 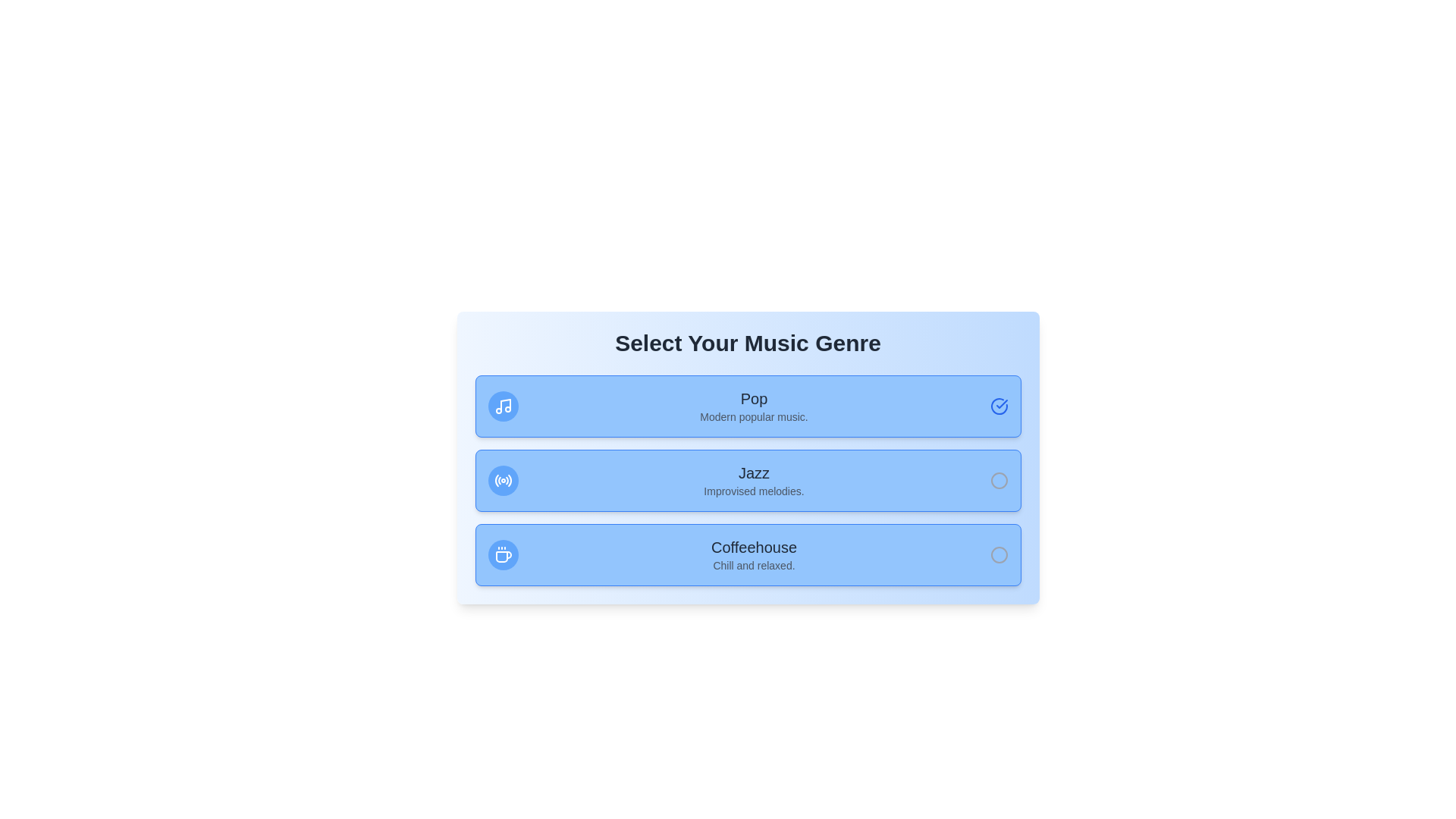 What do you see at coordinates (999, 406) in the screenshot?
I see `the blue circular icon with a checkmark inside, located at the far right of the 'Pop - Modern popular music.' card` at bounding box center [999, 406].